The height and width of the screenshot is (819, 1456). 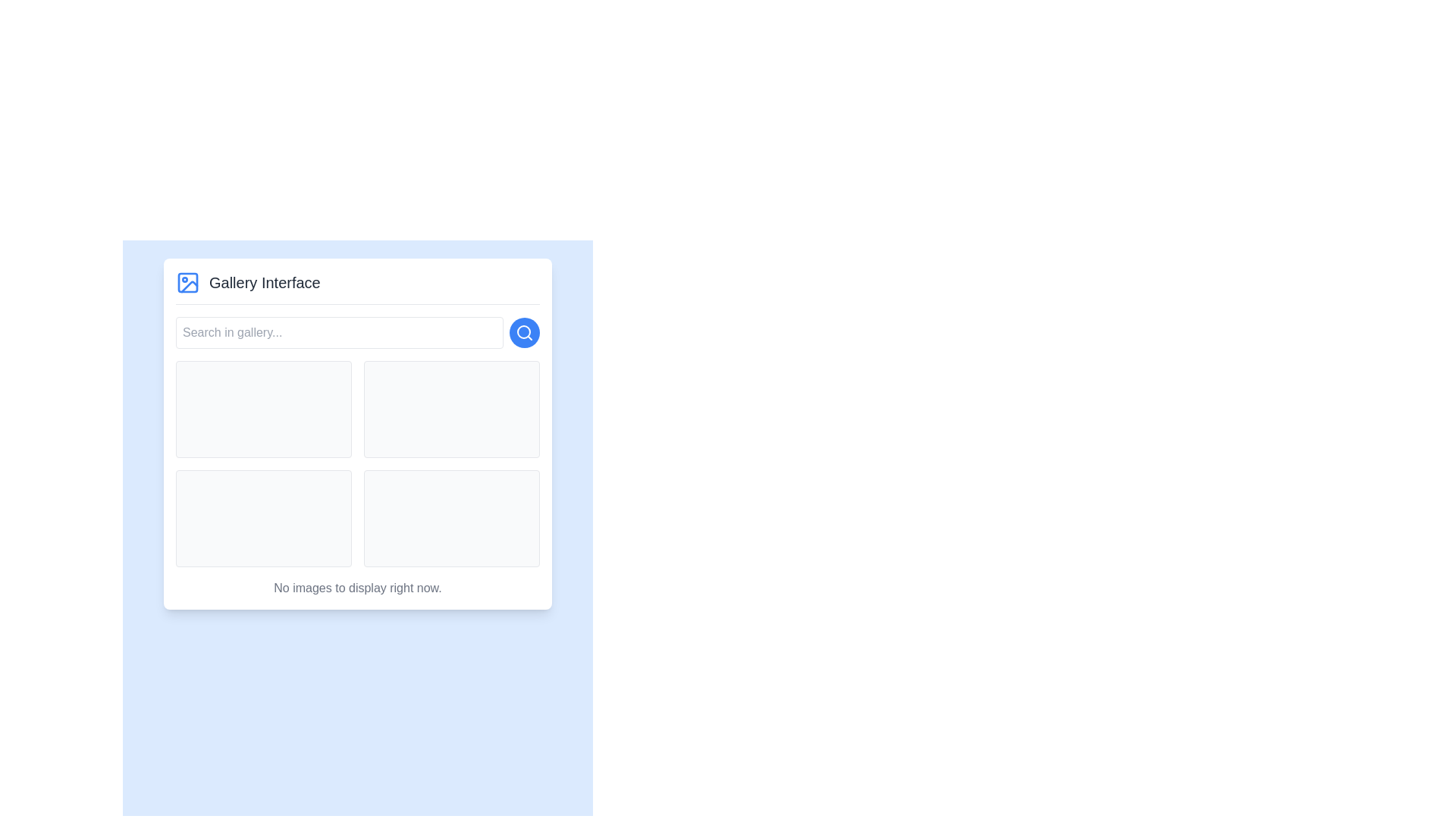 I want to click on the light-gray Placeholder box located in the bottom-right position of the grid, so click(x=450, y=517).